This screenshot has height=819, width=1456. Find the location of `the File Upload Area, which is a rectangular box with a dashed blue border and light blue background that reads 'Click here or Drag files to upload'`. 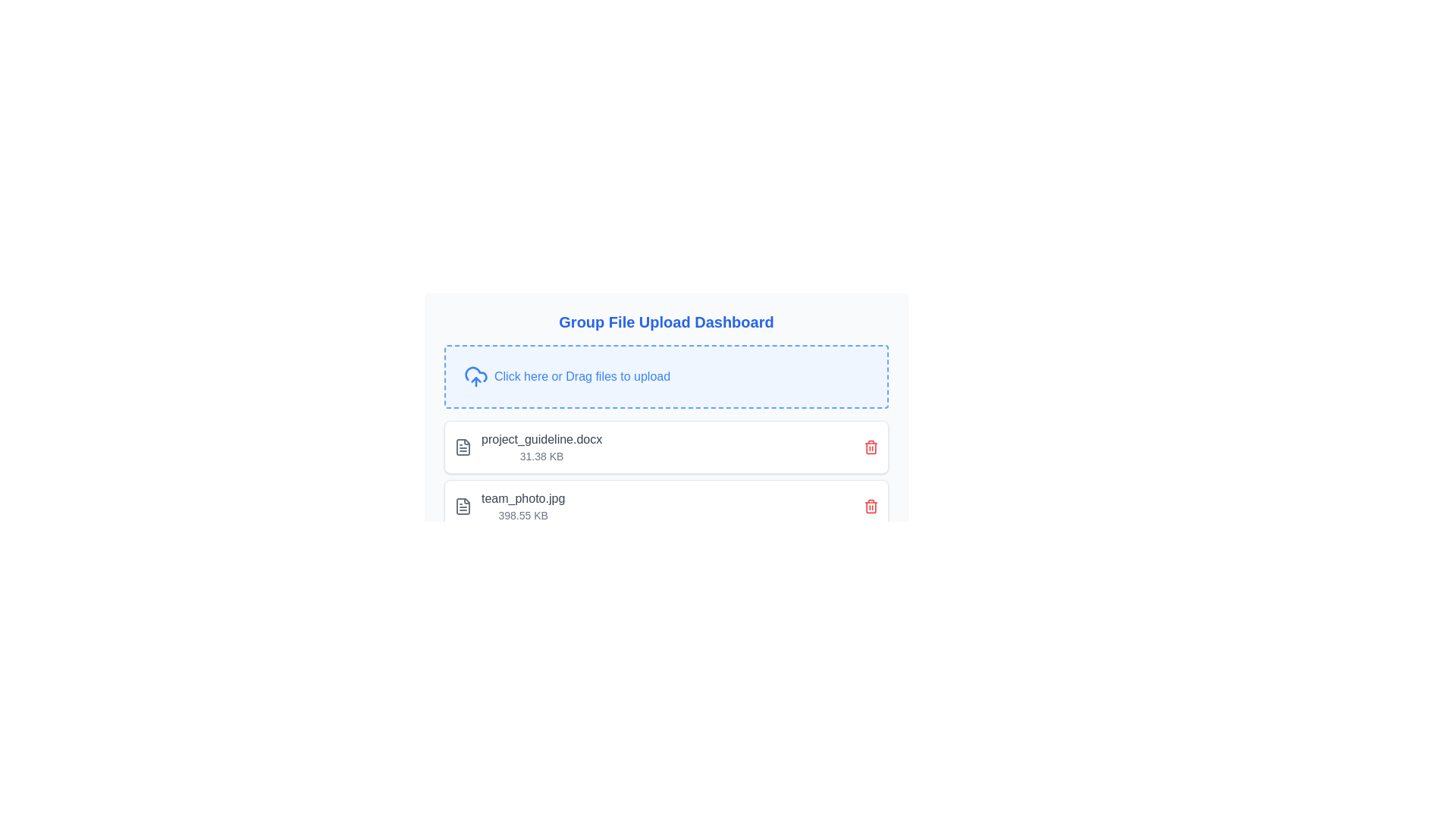

the File Upload Area, which is a rectangular box with a dashed blue border and light blue background that reads 'Click here or Drag files to upload' is located at coordinates (666, 397).